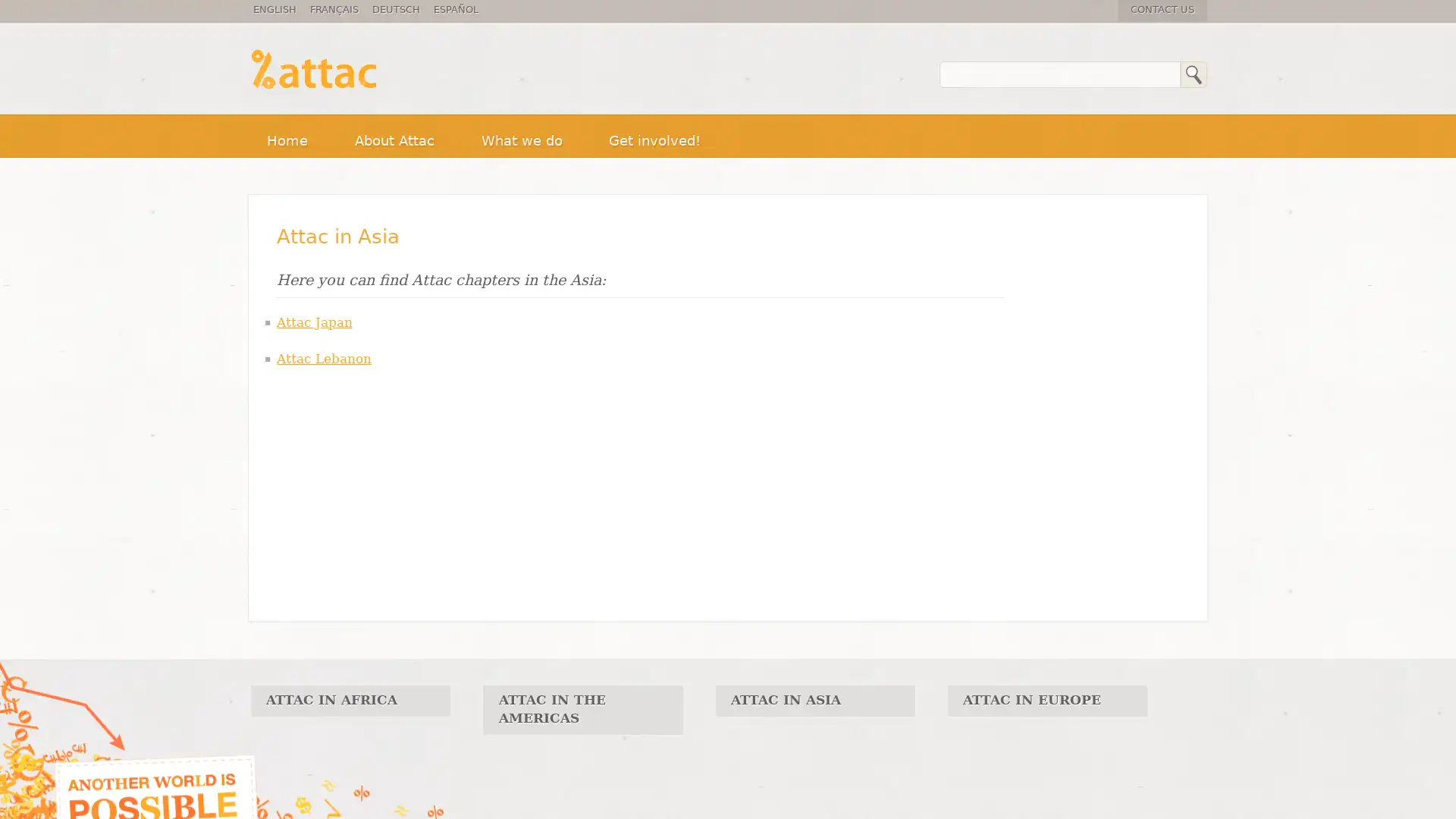 This screenshot has width=1456, height=819. Describe the element at coordinates (1193, 74) in the screenshot. I see `Search` at that location.